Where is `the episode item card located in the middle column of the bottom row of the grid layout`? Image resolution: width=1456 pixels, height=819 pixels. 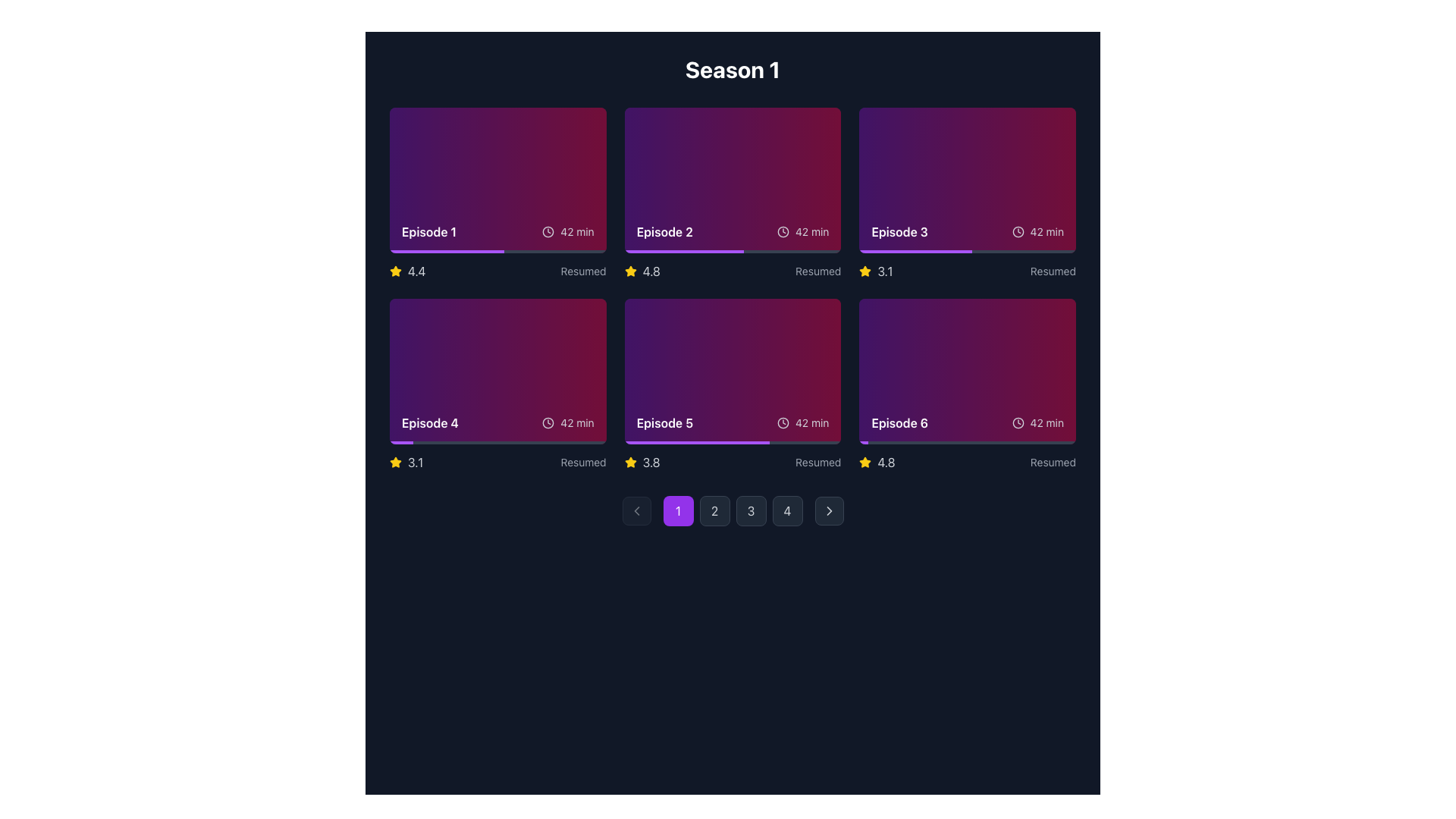
the episode item card located in the middle column of the bottom row of the grid layout is located at coordinates (733, 371).